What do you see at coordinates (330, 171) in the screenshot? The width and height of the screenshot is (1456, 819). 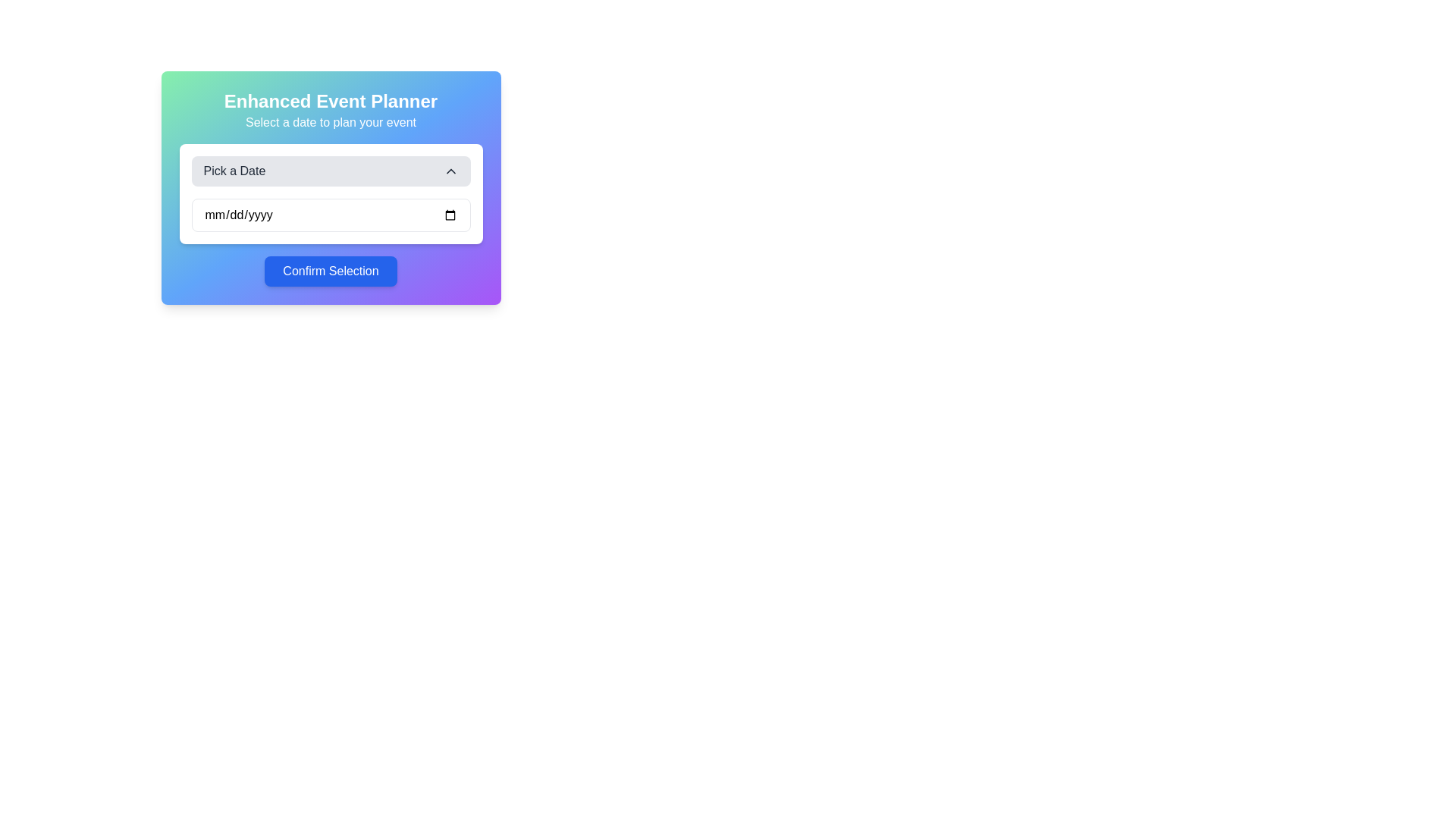 I see `the 'Pick a Date' dropdown menu button` at bounding box center [330, 171].